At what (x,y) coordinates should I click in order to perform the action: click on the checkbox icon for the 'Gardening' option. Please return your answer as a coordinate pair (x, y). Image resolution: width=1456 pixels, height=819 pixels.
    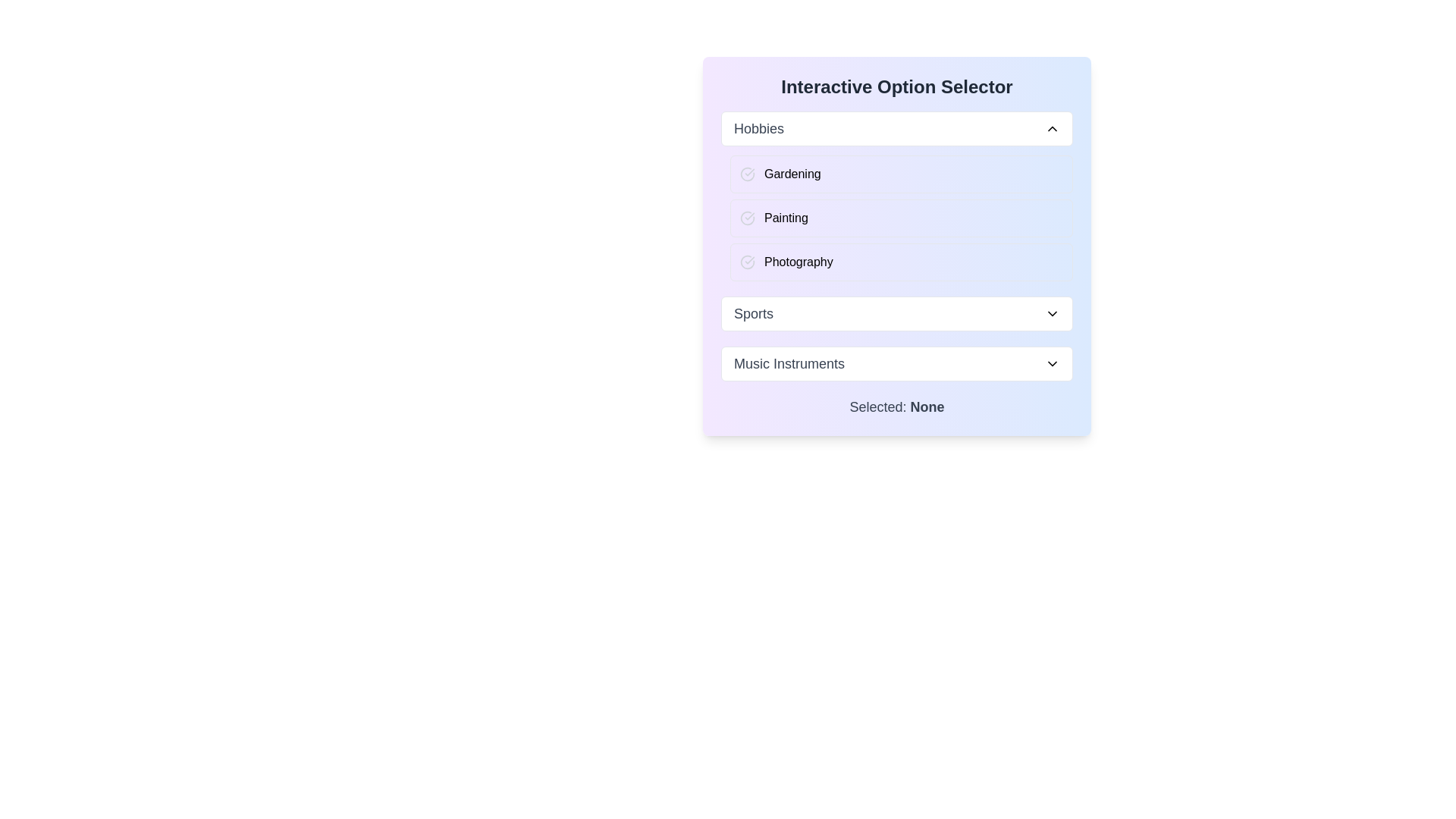
    Looking at the image, I should click on (747, 174).